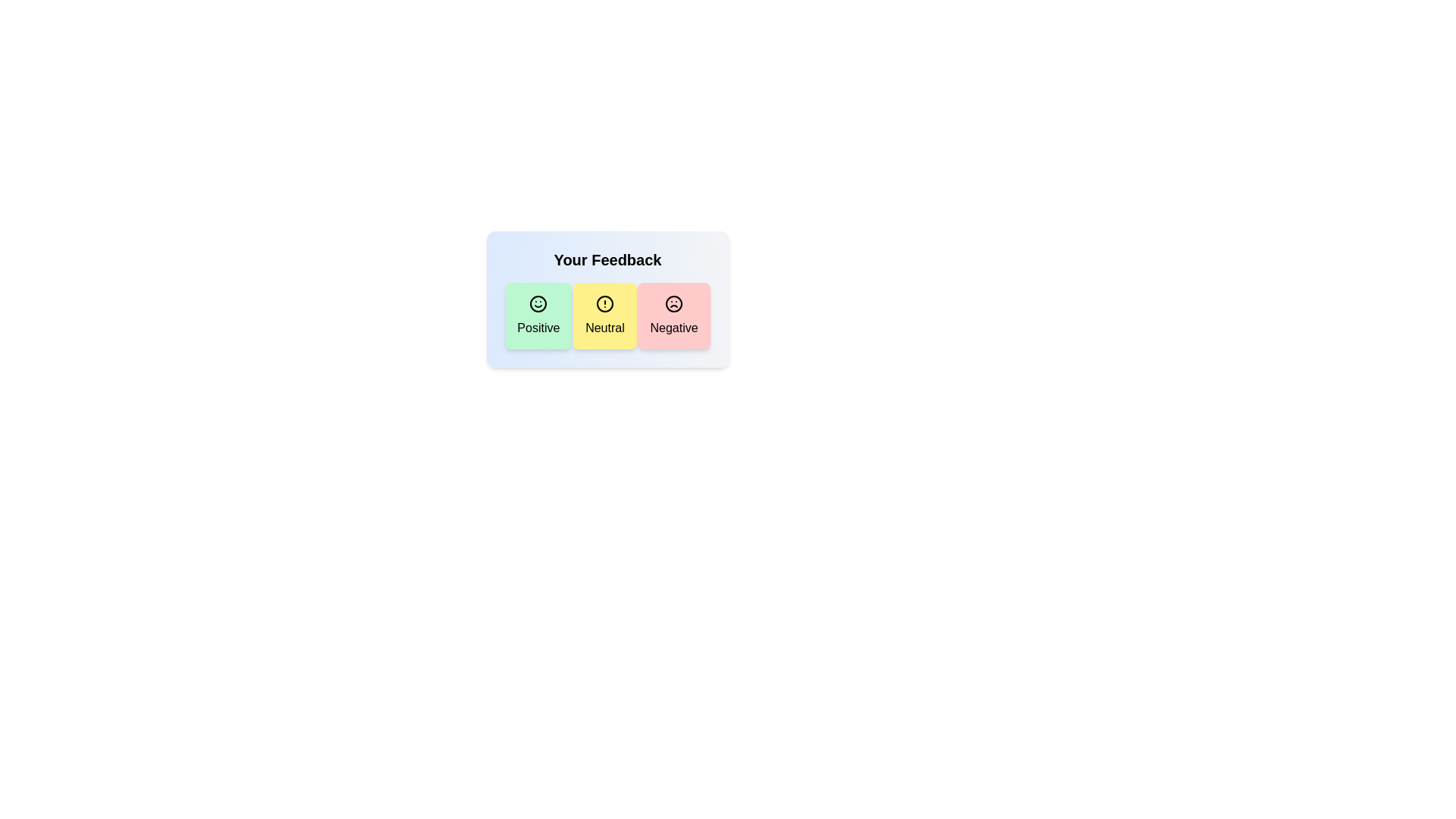 This screenshot has width=1456, height=819. What do you see at coordinates (604, 327) in the screenshot?
I see `label text 'Neutral' displayed in black on a yellow background, located at the center of the feedback selection interface` at bounding box center [604, 327].